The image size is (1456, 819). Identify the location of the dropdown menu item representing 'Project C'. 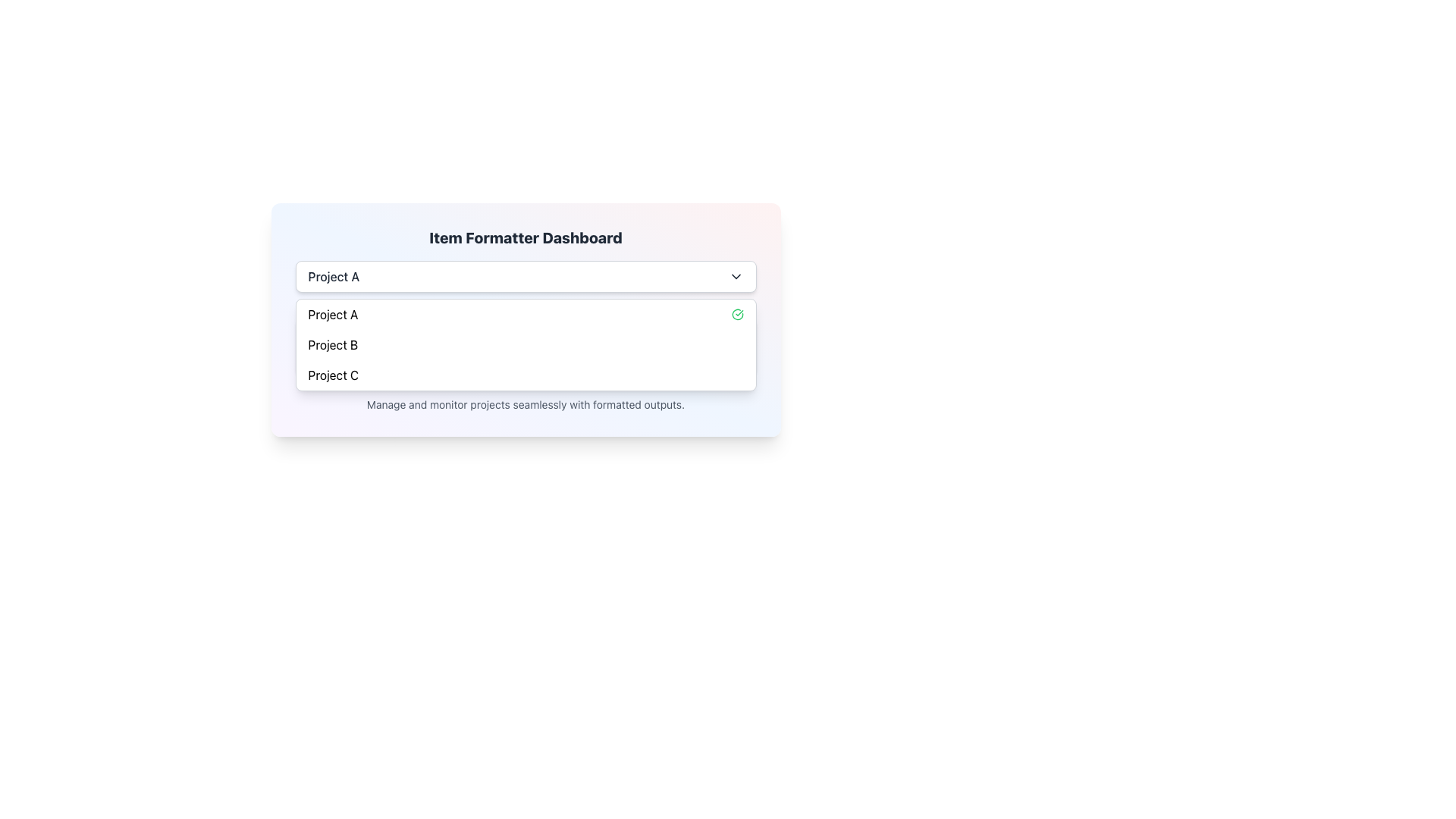
(332, 375).